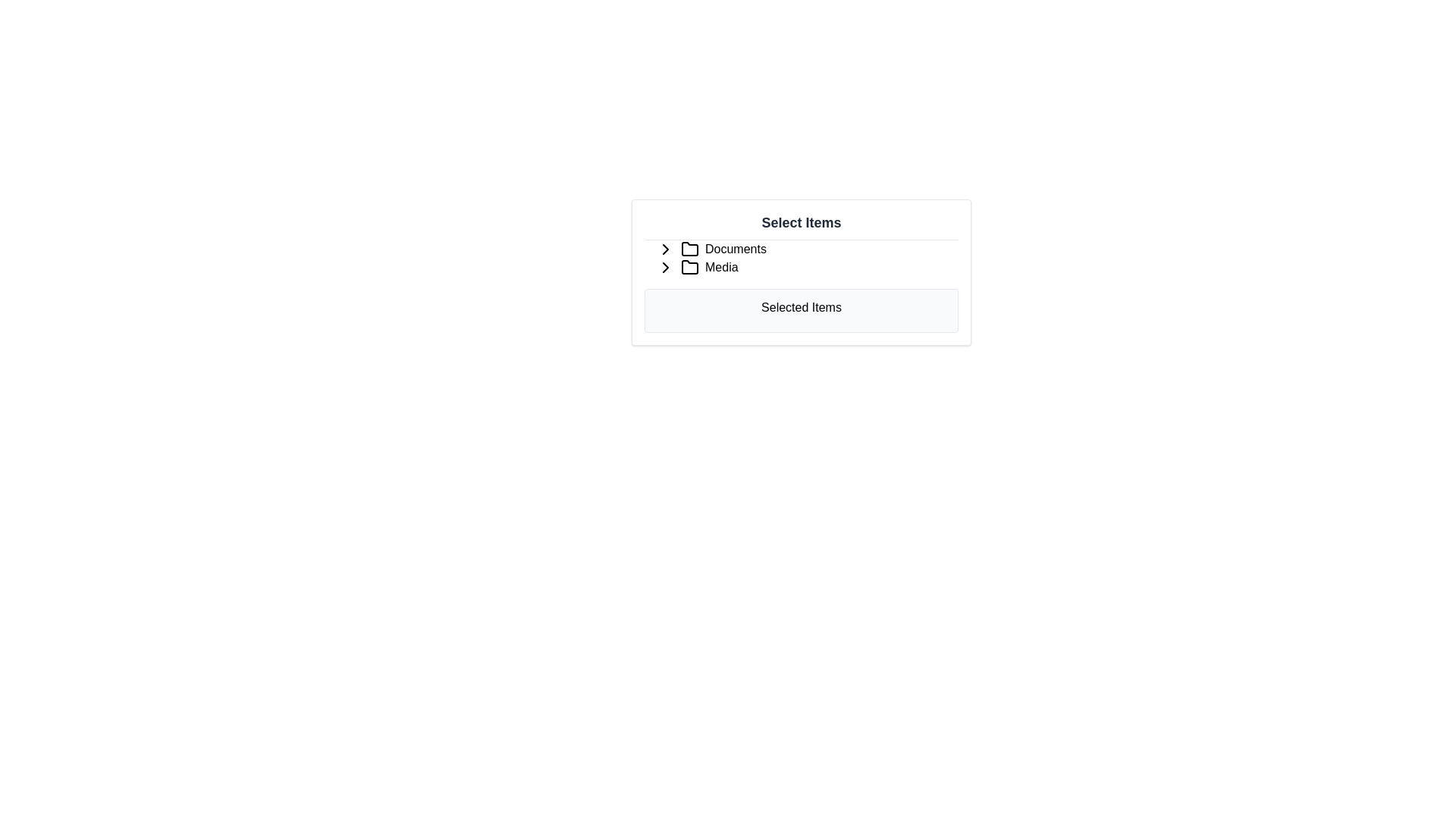 This screenshot has width=1456, height=819. I want to click on the folder icon that represents the 'Documents' category, located in the selection panel titled 'Select Items', positioned to the left of the text label 'Documents', so click(689, 248).